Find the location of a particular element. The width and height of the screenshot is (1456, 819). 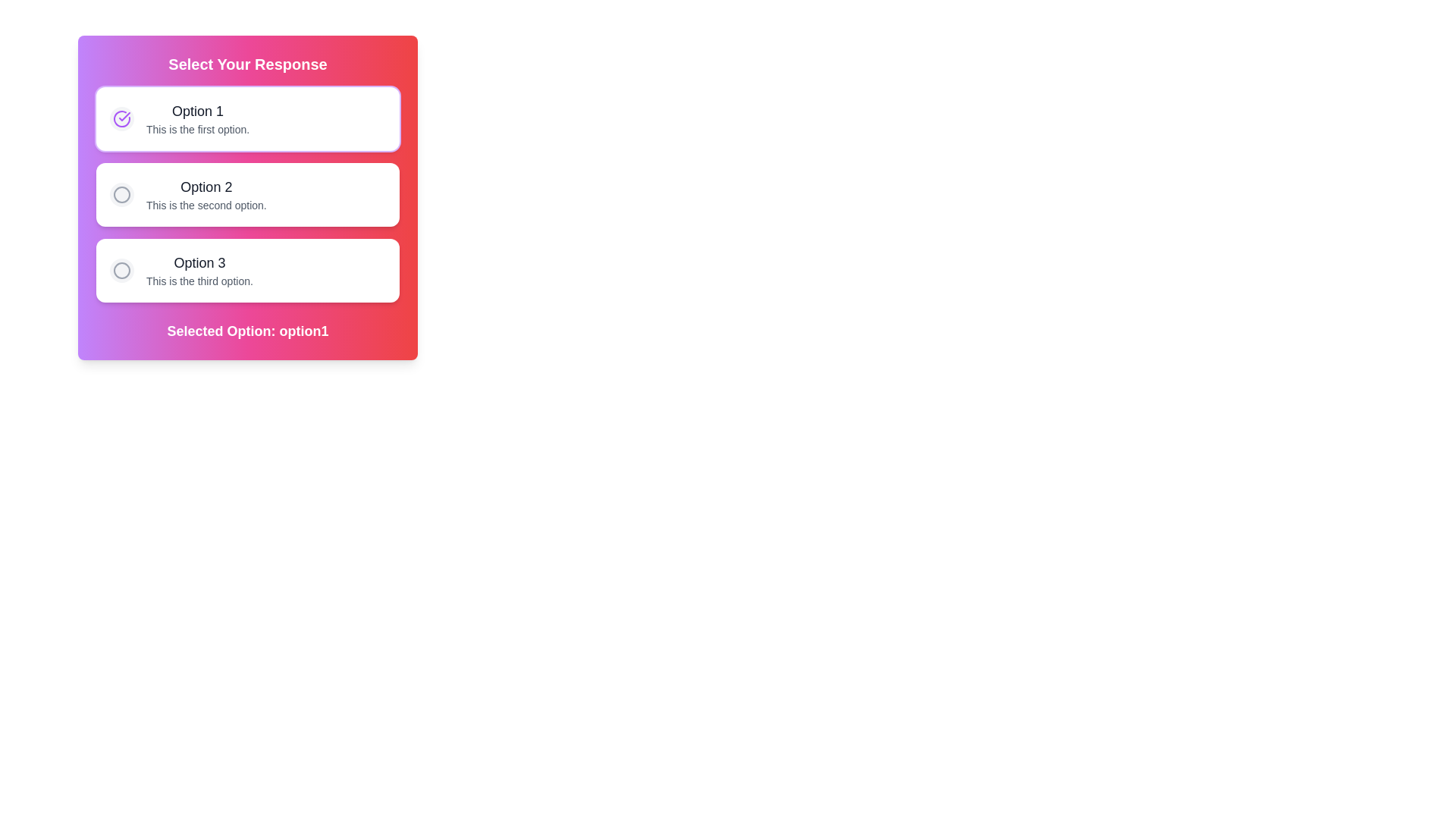

the text block displaying 'Option 2' with the subtitle 'This is the second option.', which is the second item in a vertically stacked selection list is located at coordinates (206, 194).